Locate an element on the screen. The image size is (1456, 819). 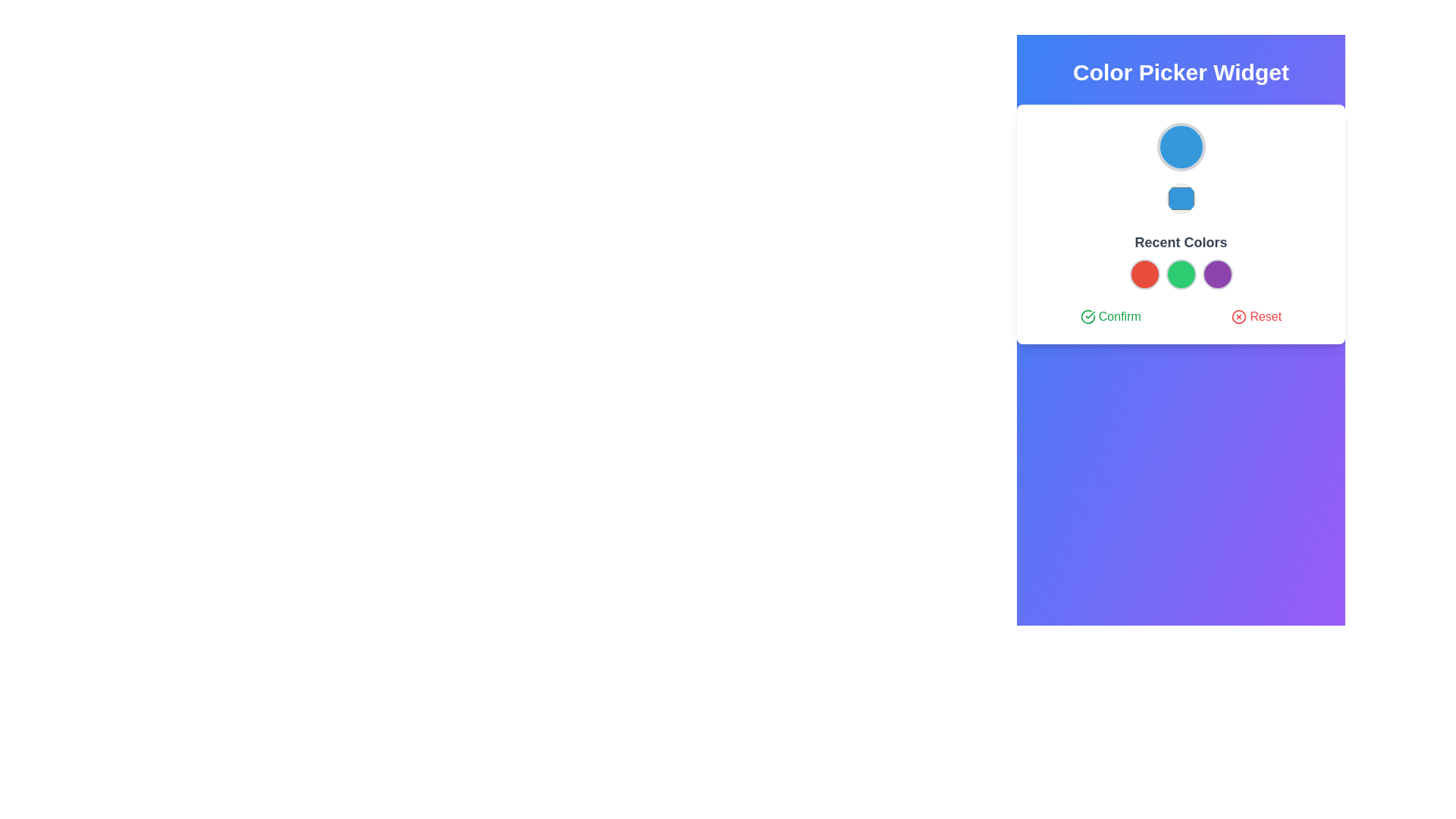
the descriptive label for the reset action positioned at the bottom right of the white card interface, next to the green 'Confirm' button is located at coordinates (1266, 315).